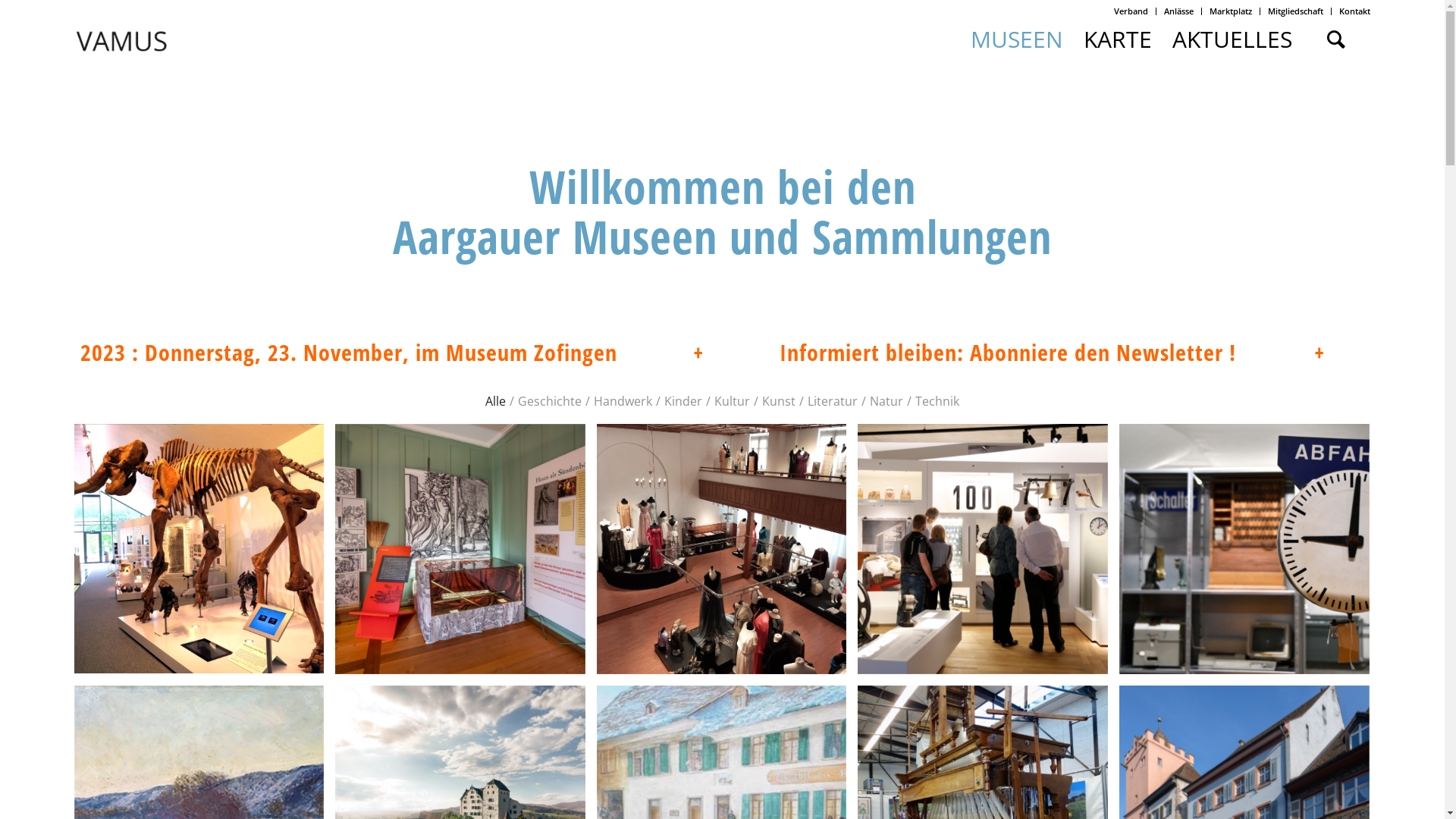 The image size is (1456, 819). I want to click on 'Mitgliedschaft', so click(1294, 11).